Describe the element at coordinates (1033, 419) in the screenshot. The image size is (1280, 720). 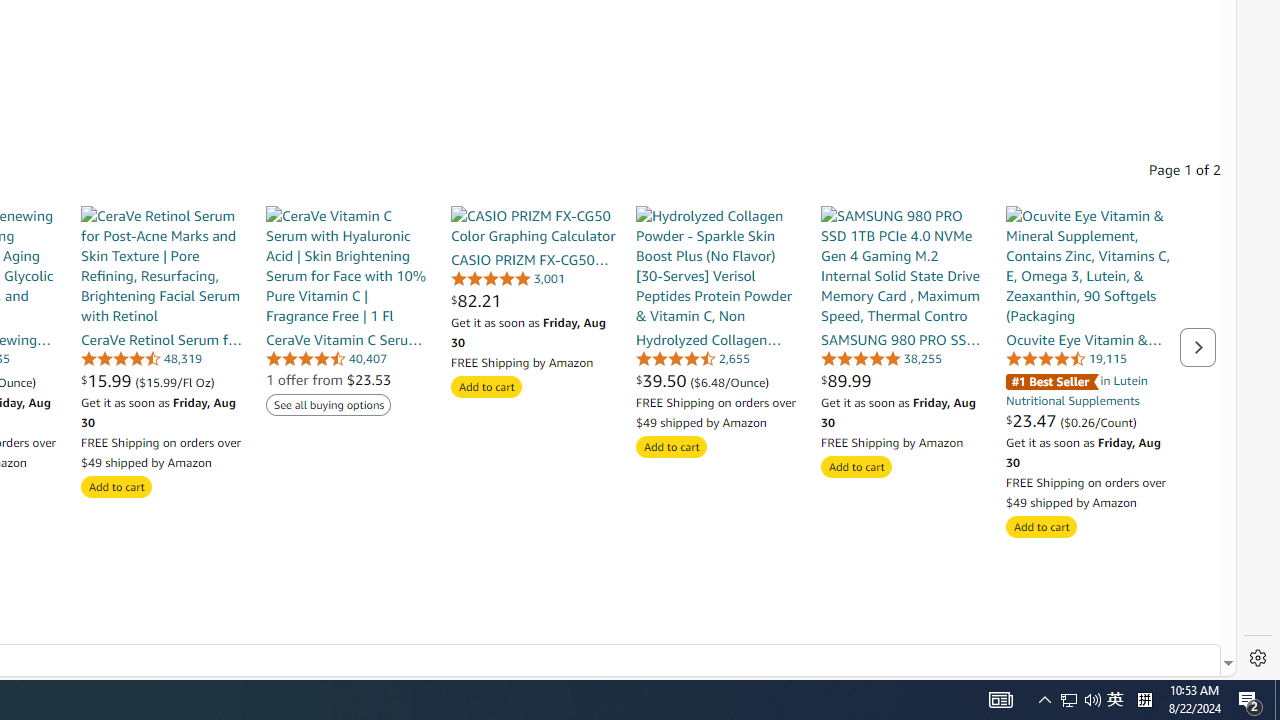
I see `'$23.47 '` at that location.